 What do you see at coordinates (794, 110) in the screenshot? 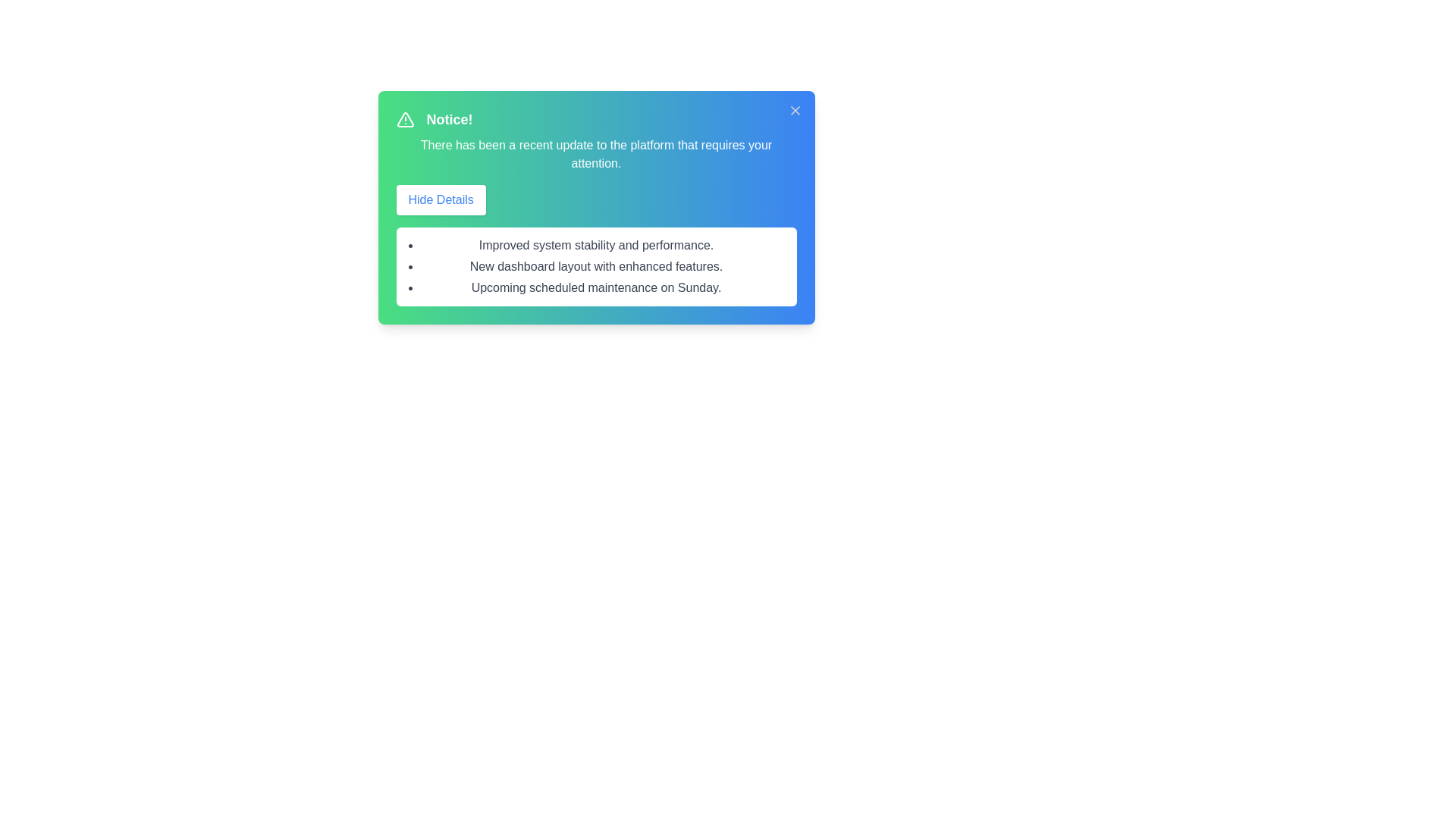
I see `the close button to dismiss the alert` at bounding box center [794, 110].